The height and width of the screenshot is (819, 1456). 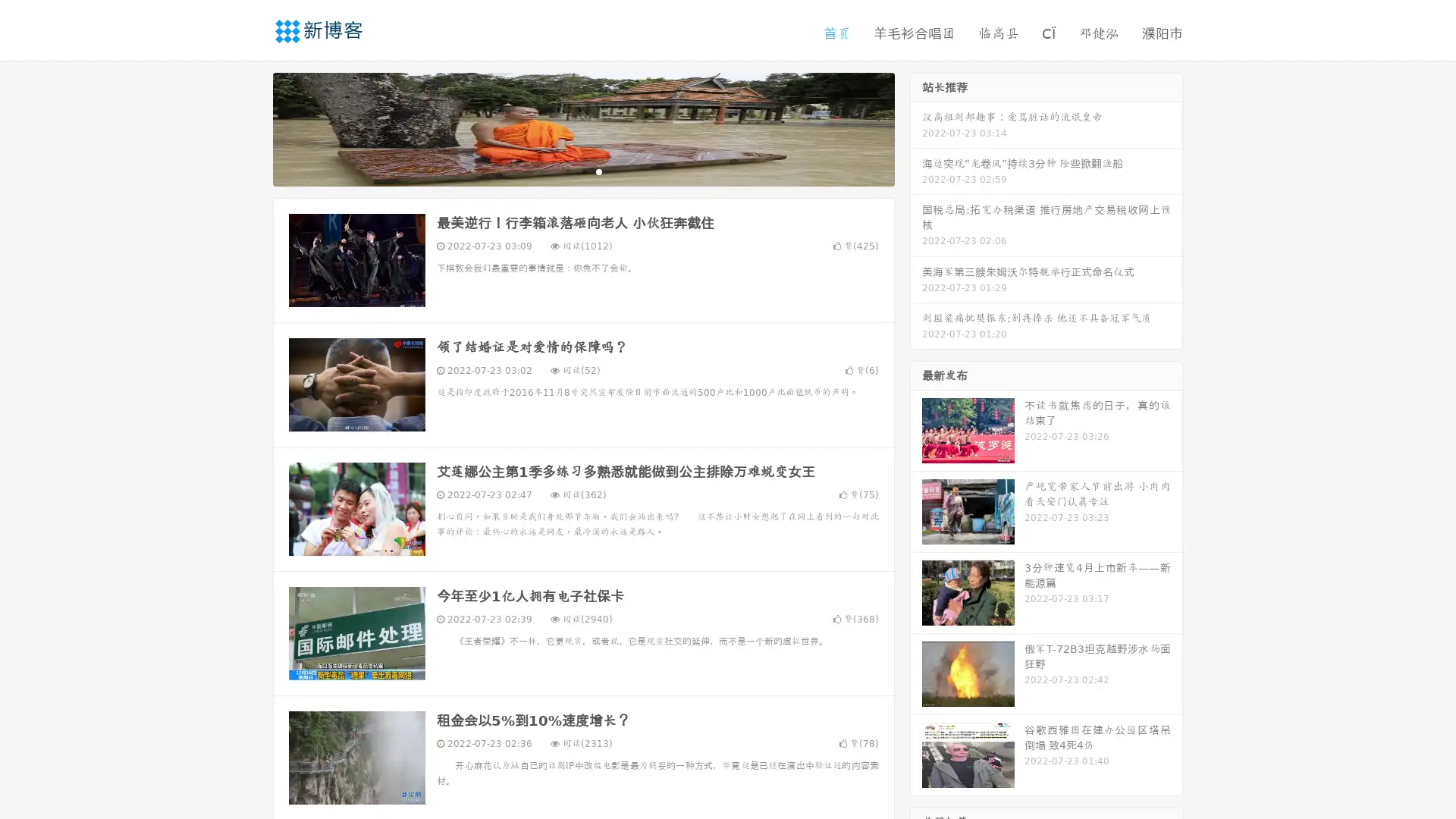 What do you see at coordinates (250, 127) in the screenshot?
I see `Previous slide` at bounding box center [250, 127].